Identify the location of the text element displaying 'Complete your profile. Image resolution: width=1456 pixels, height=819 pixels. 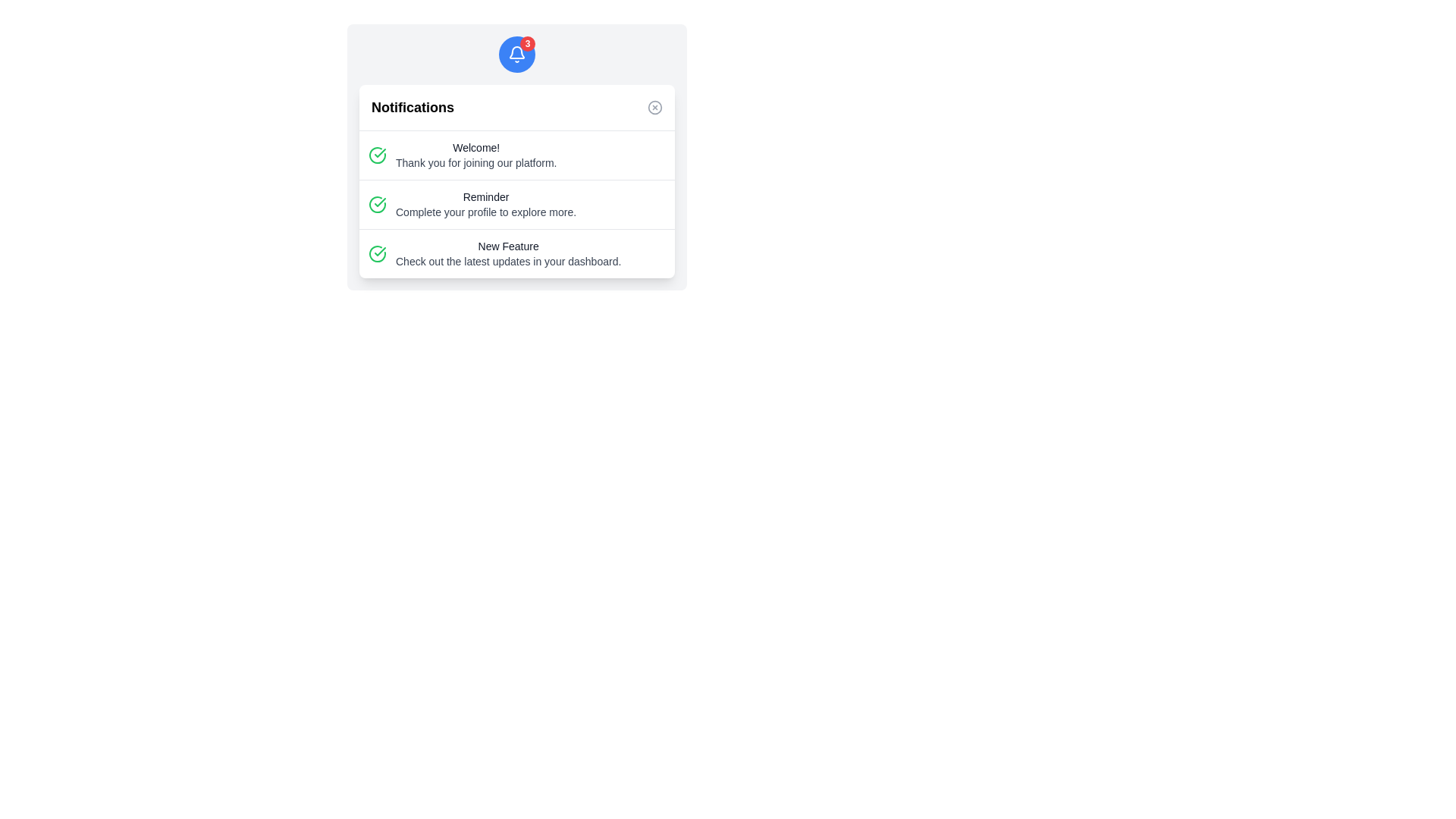
(486, 212).